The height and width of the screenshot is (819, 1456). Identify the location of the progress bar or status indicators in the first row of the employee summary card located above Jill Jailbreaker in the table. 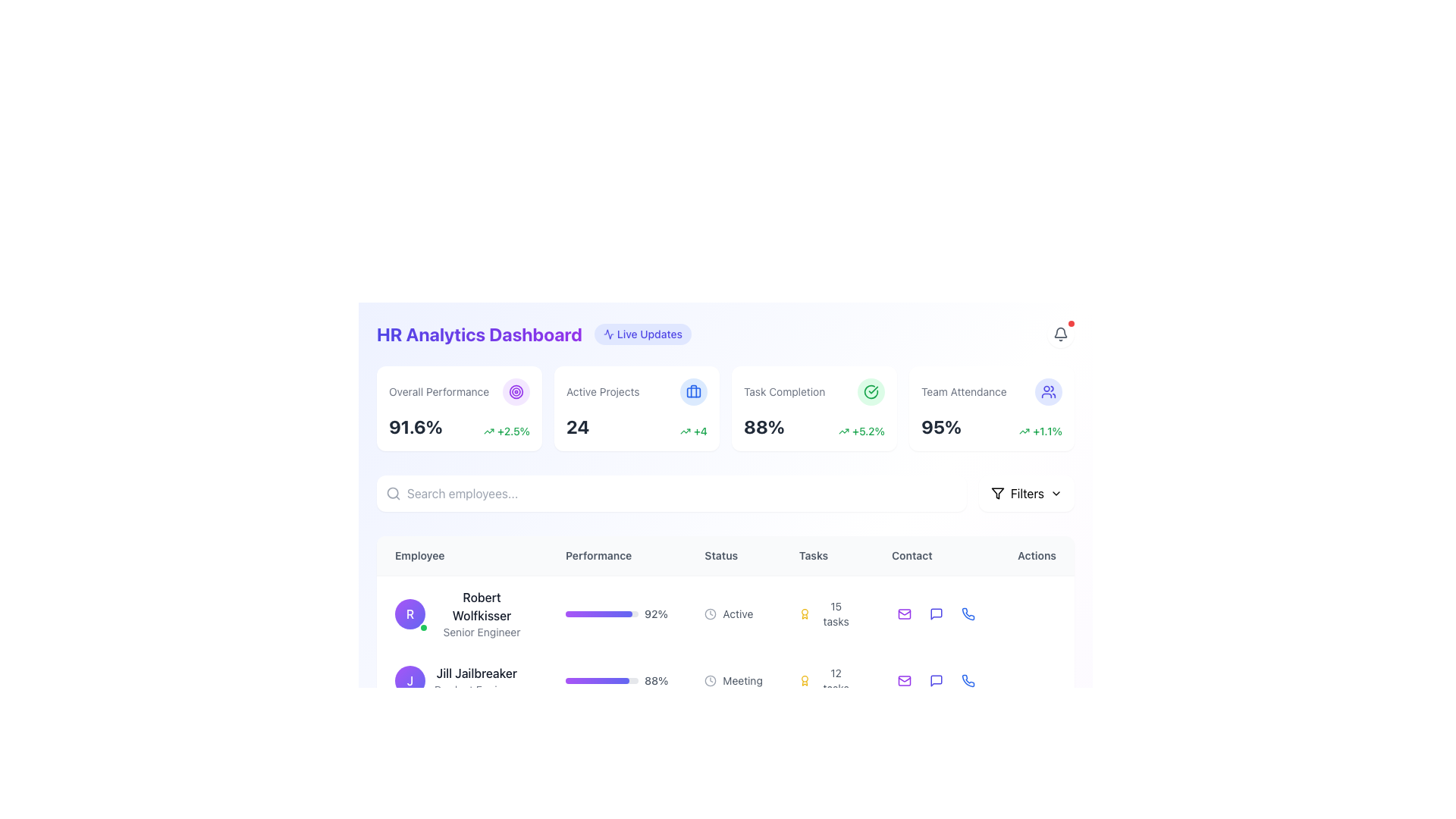
(724, 613).